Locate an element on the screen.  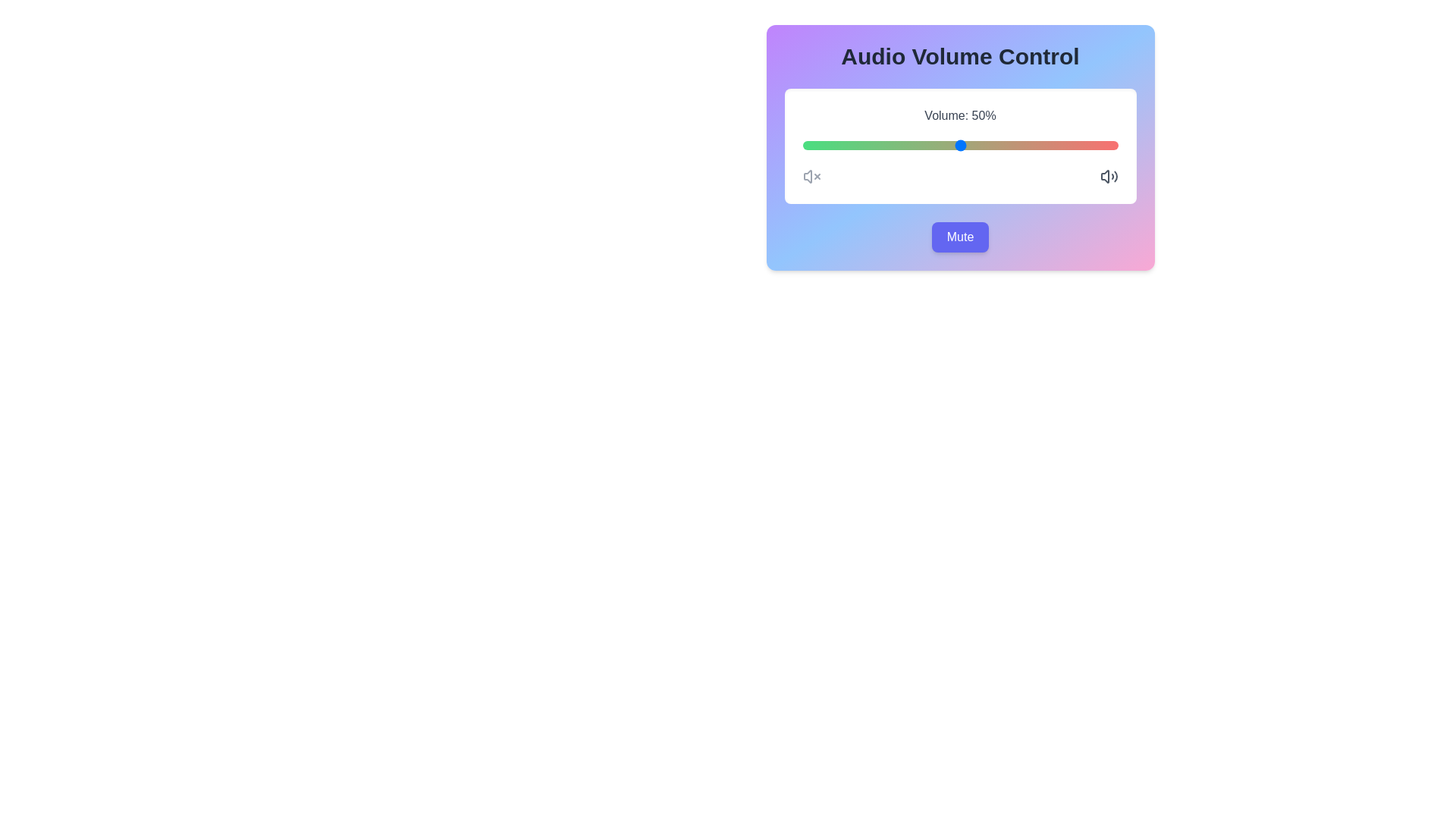
the volume slider to 68% is located at coordinates (1017, 146).